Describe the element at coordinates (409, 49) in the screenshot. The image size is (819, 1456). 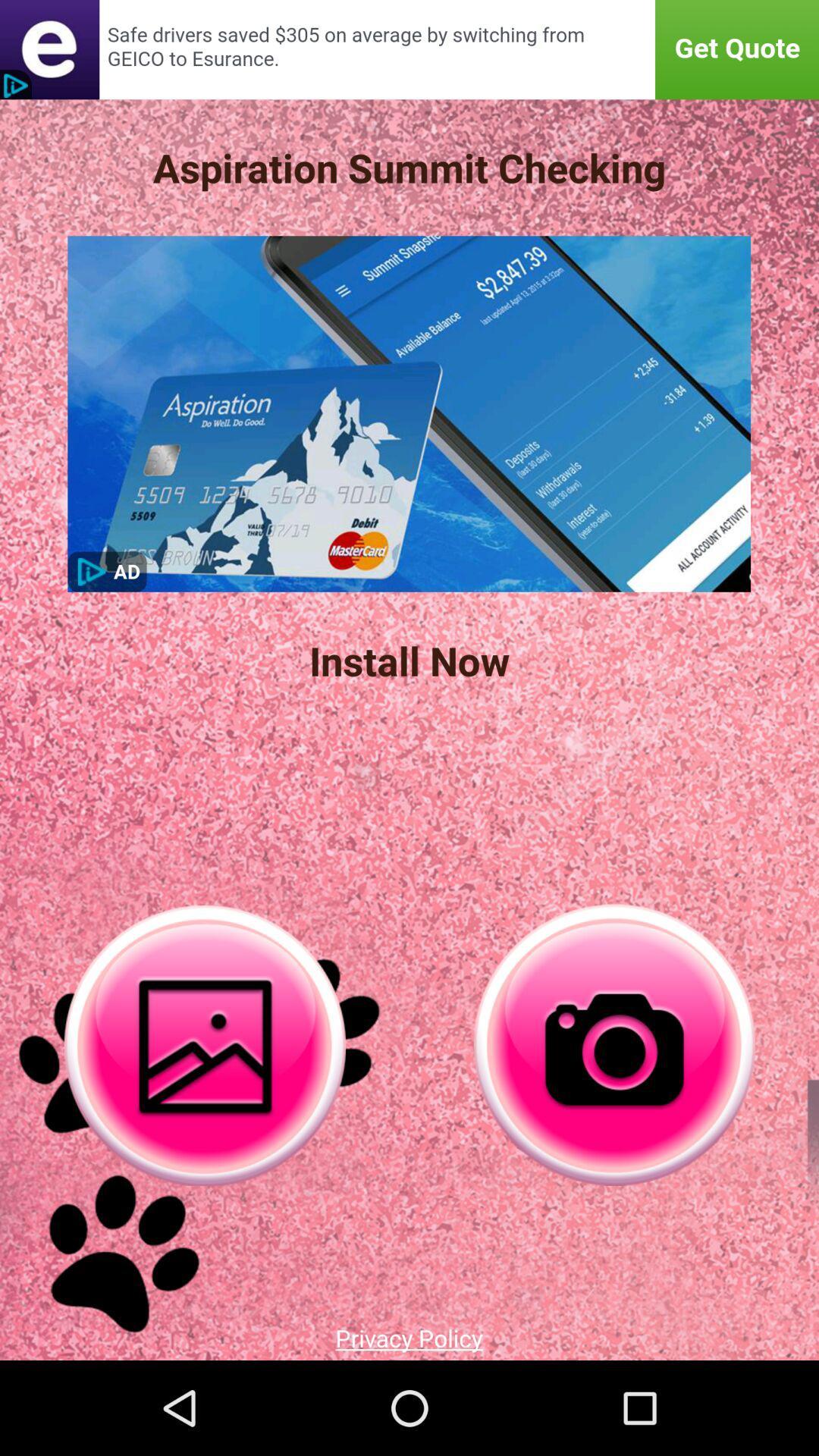
I see `an advertisement` at that location.